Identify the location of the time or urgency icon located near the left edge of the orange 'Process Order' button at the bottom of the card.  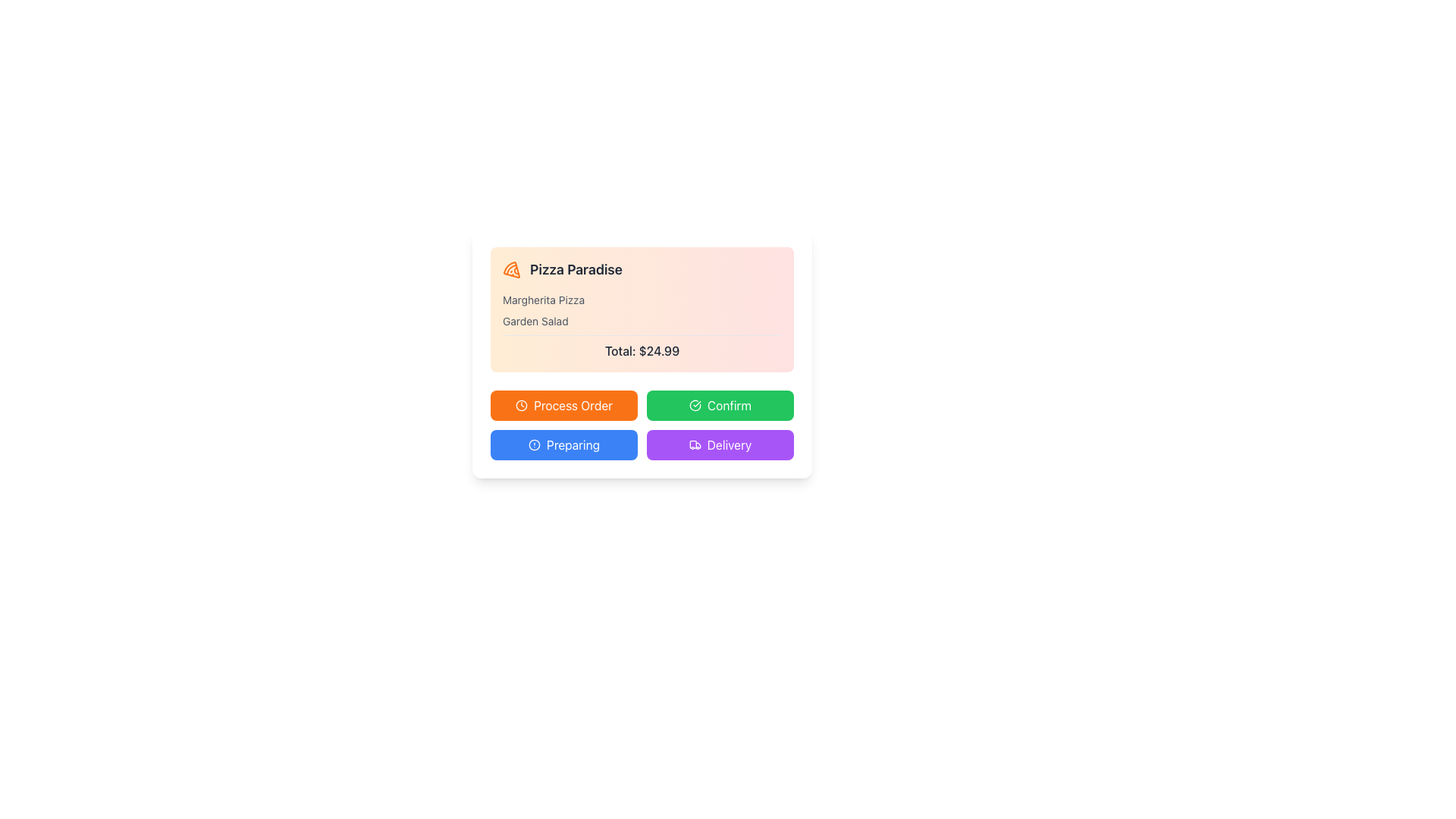
(522, 405).